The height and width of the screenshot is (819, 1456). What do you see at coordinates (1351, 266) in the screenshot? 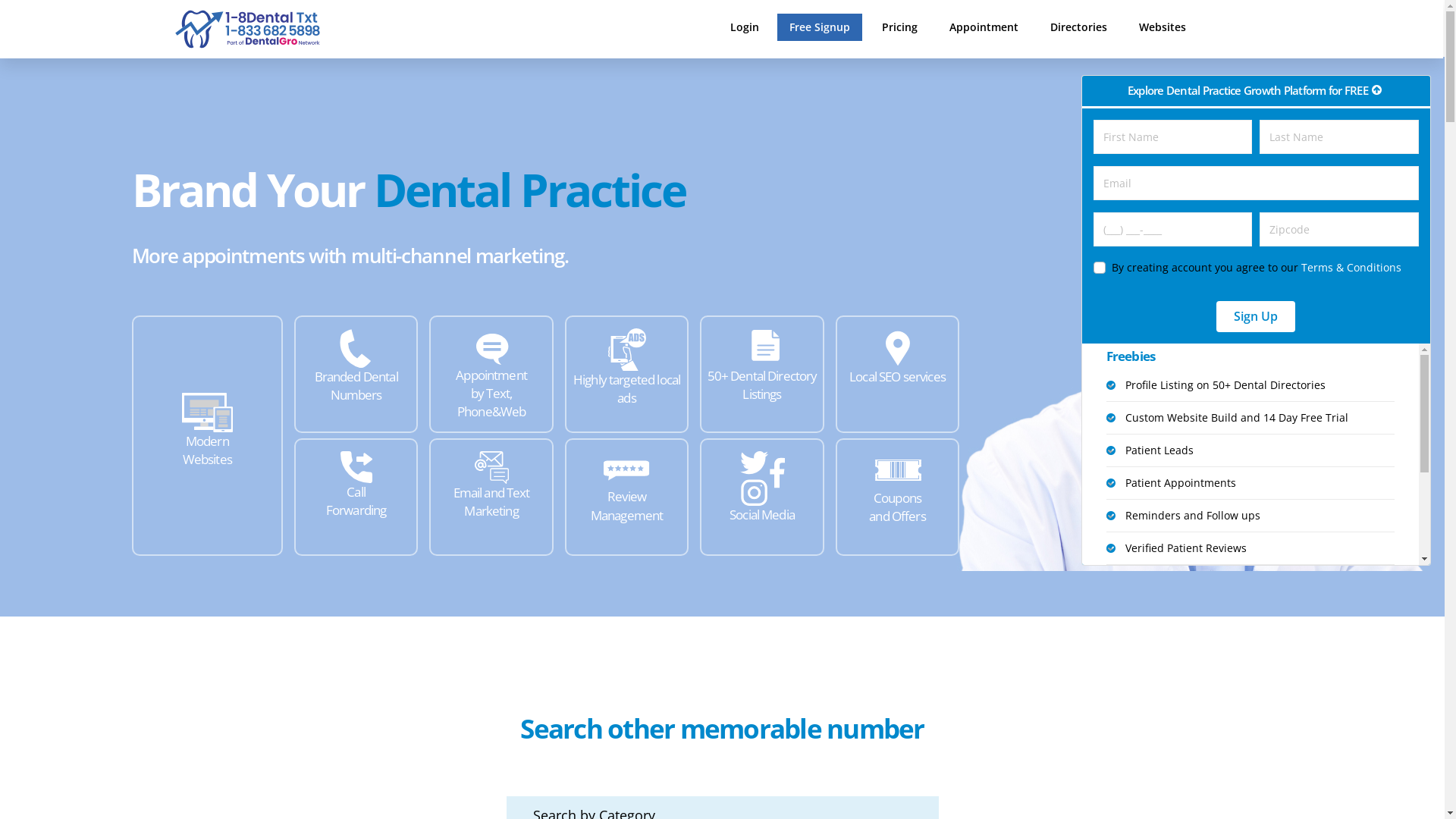
I see `'Terms & Conditions'` at bounding box center [1351, 266].